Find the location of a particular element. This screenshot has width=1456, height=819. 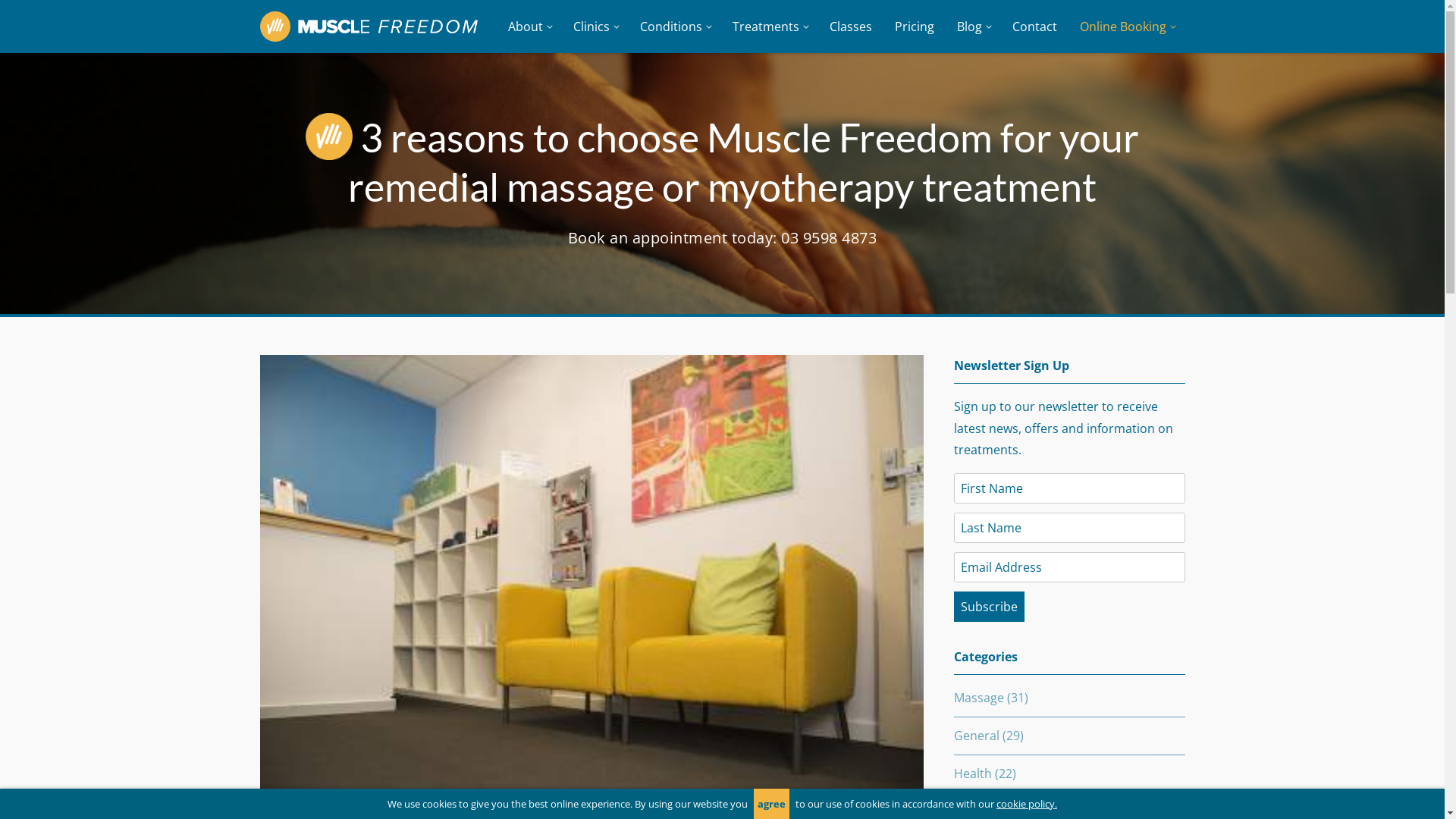

'Online Booking' is located at coordinates (1125, 26).